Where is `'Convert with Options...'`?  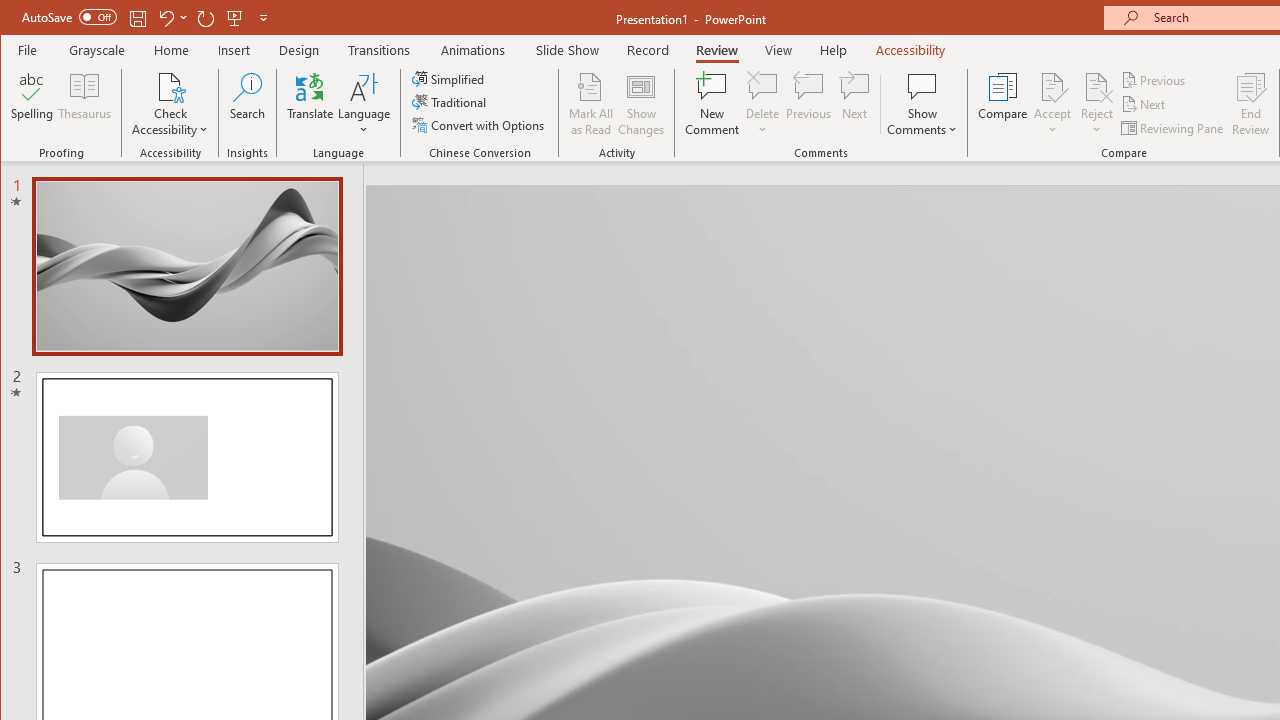 'Convert with Options...' is located at coordinates (480, 125).